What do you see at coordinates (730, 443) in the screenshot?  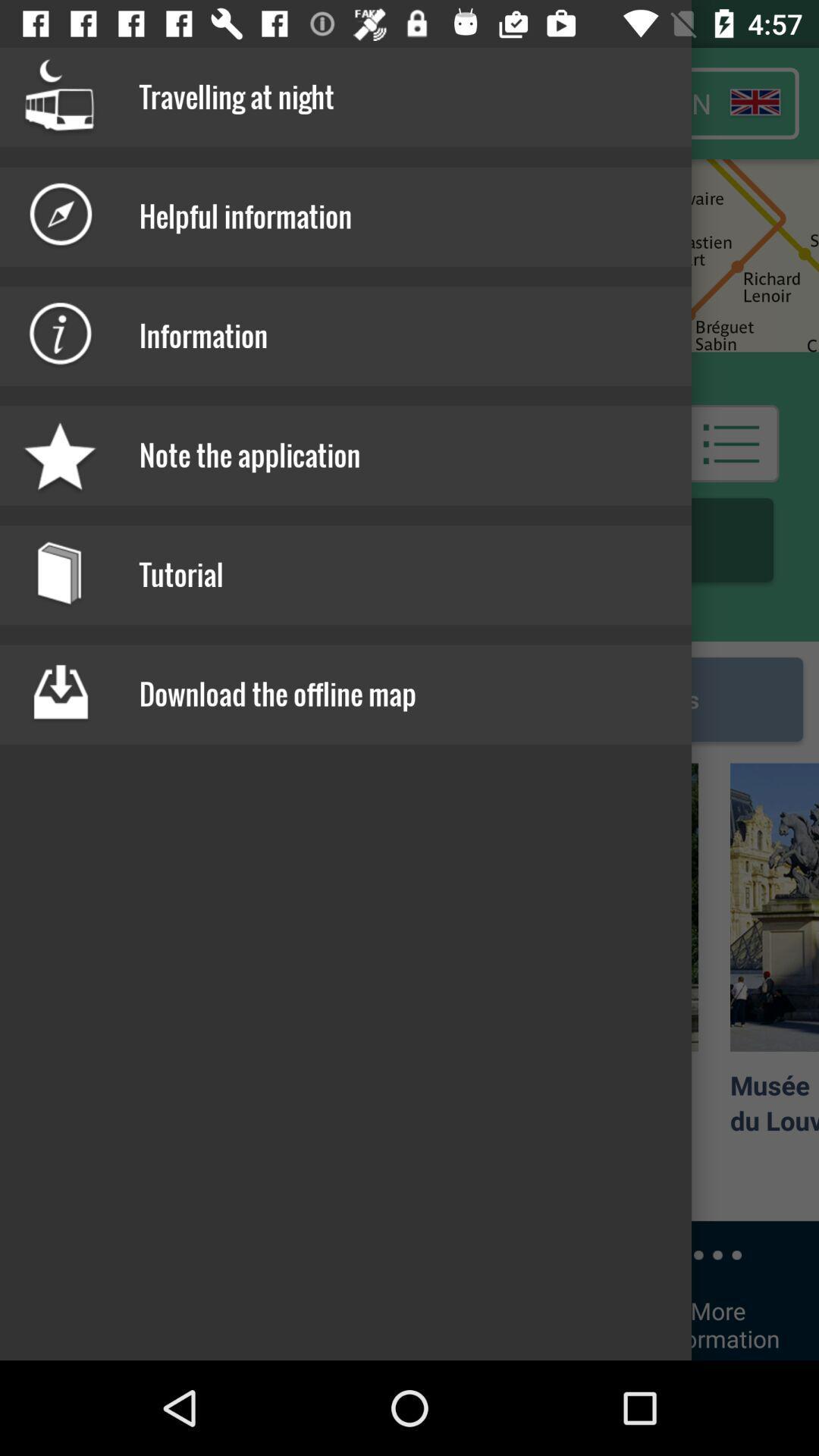 I see `the list icon` at bounding box center [730, 443].